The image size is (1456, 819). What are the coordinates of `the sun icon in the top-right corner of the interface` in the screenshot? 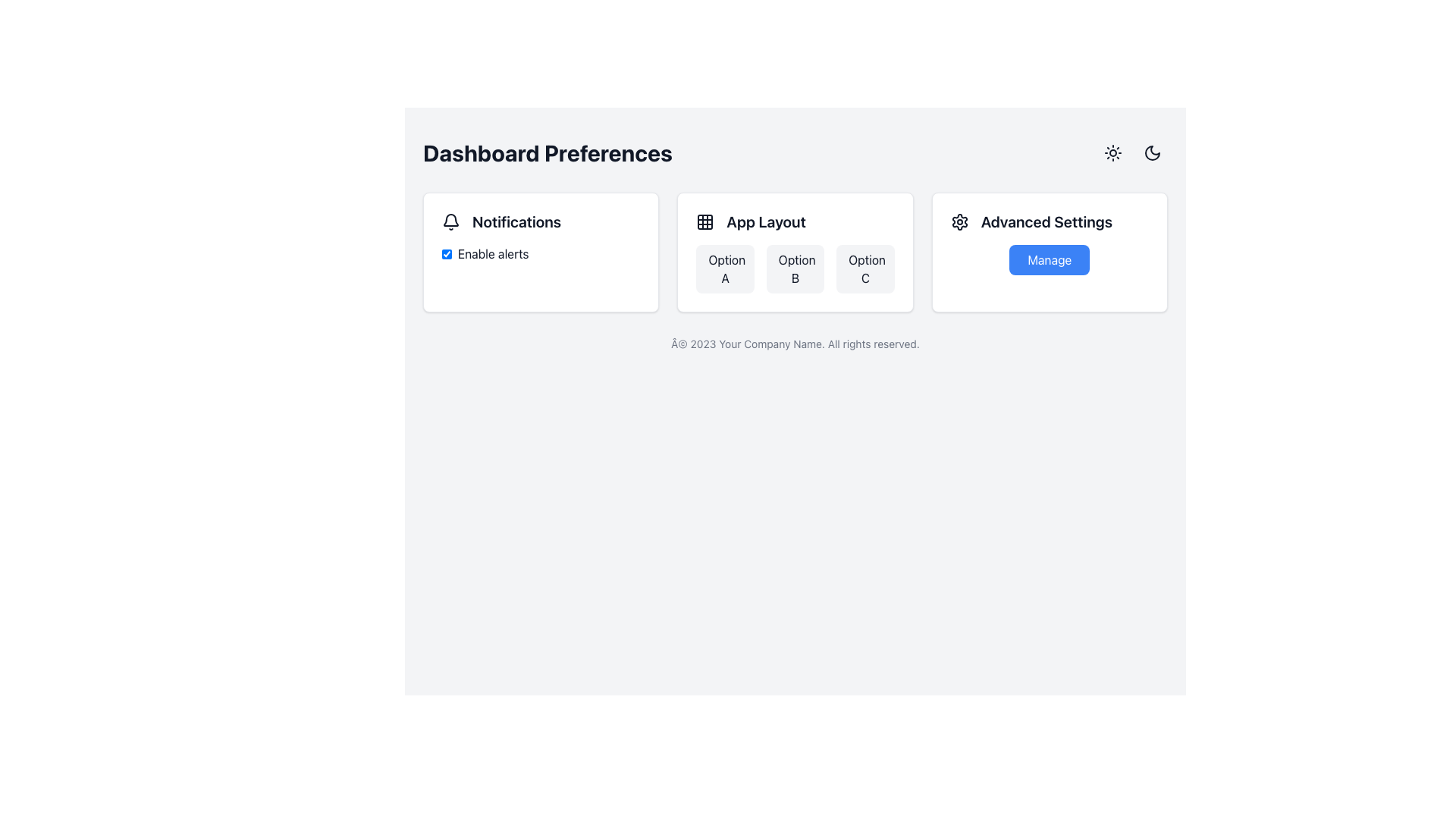 It's located at (1113, 152).